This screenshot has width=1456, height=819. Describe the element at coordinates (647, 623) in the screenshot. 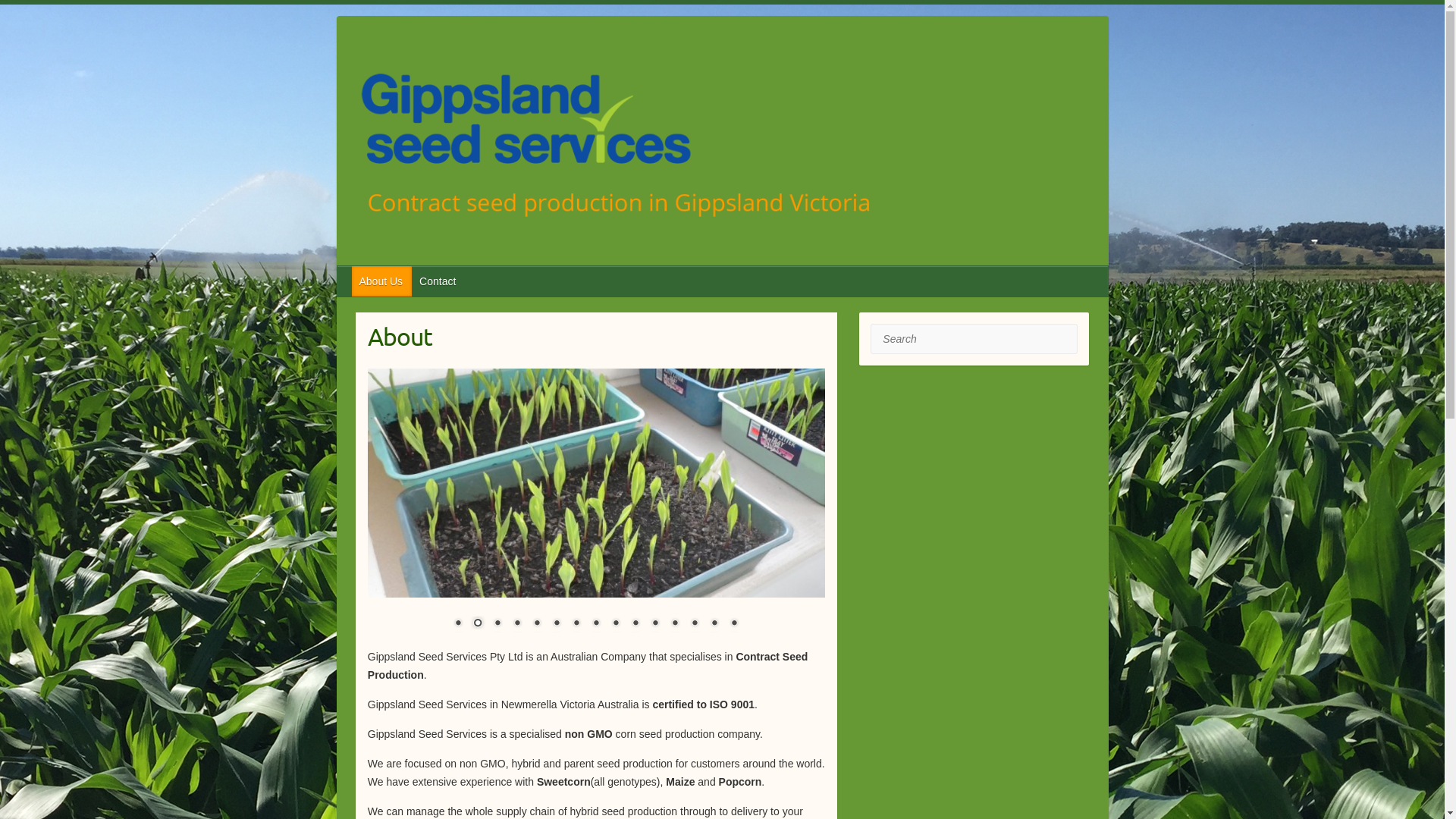

I see `'11'` at that location.